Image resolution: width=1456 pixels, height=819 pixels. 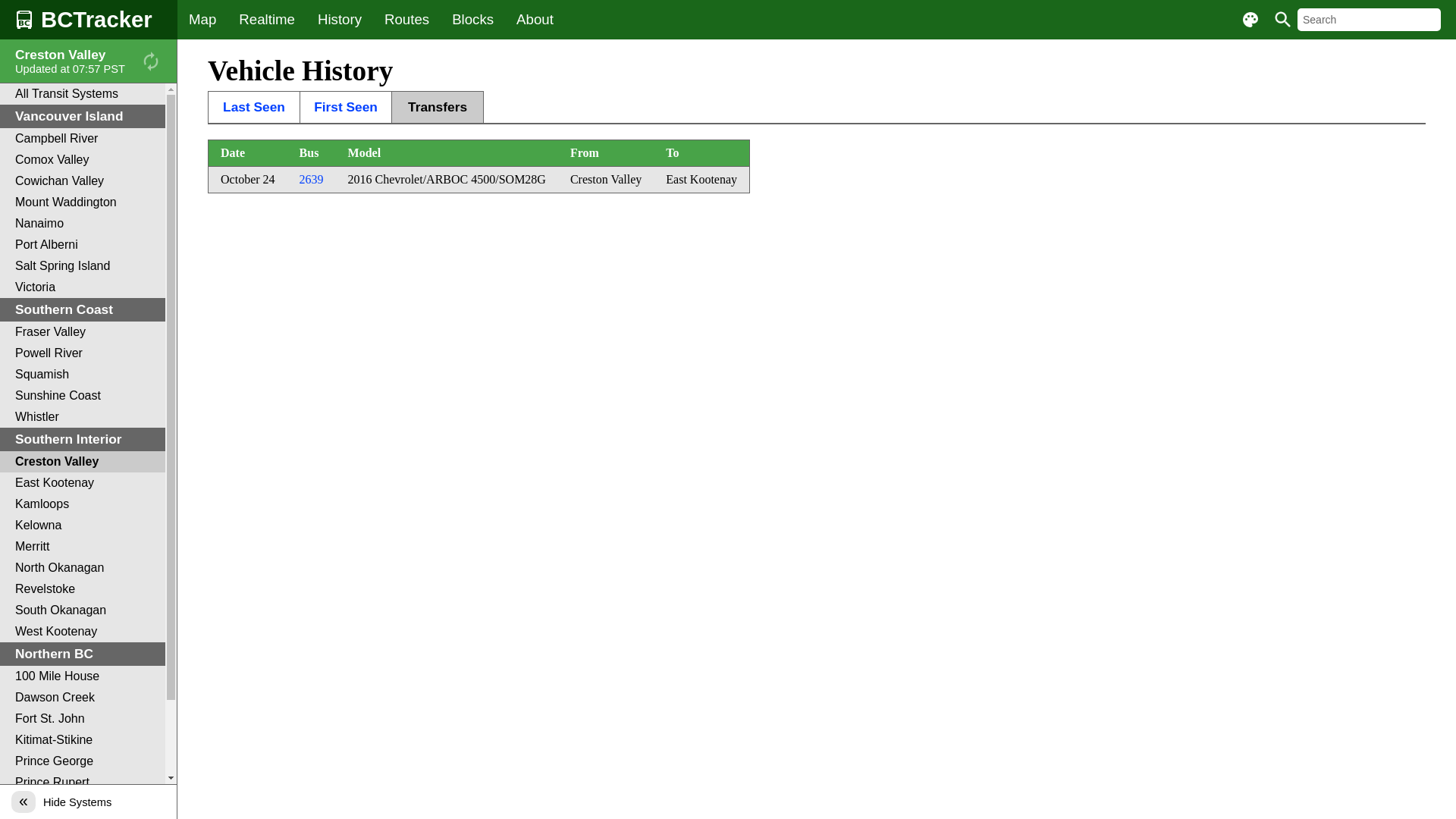 I want to click on '100 Mile House', so click(x=82, y=675).